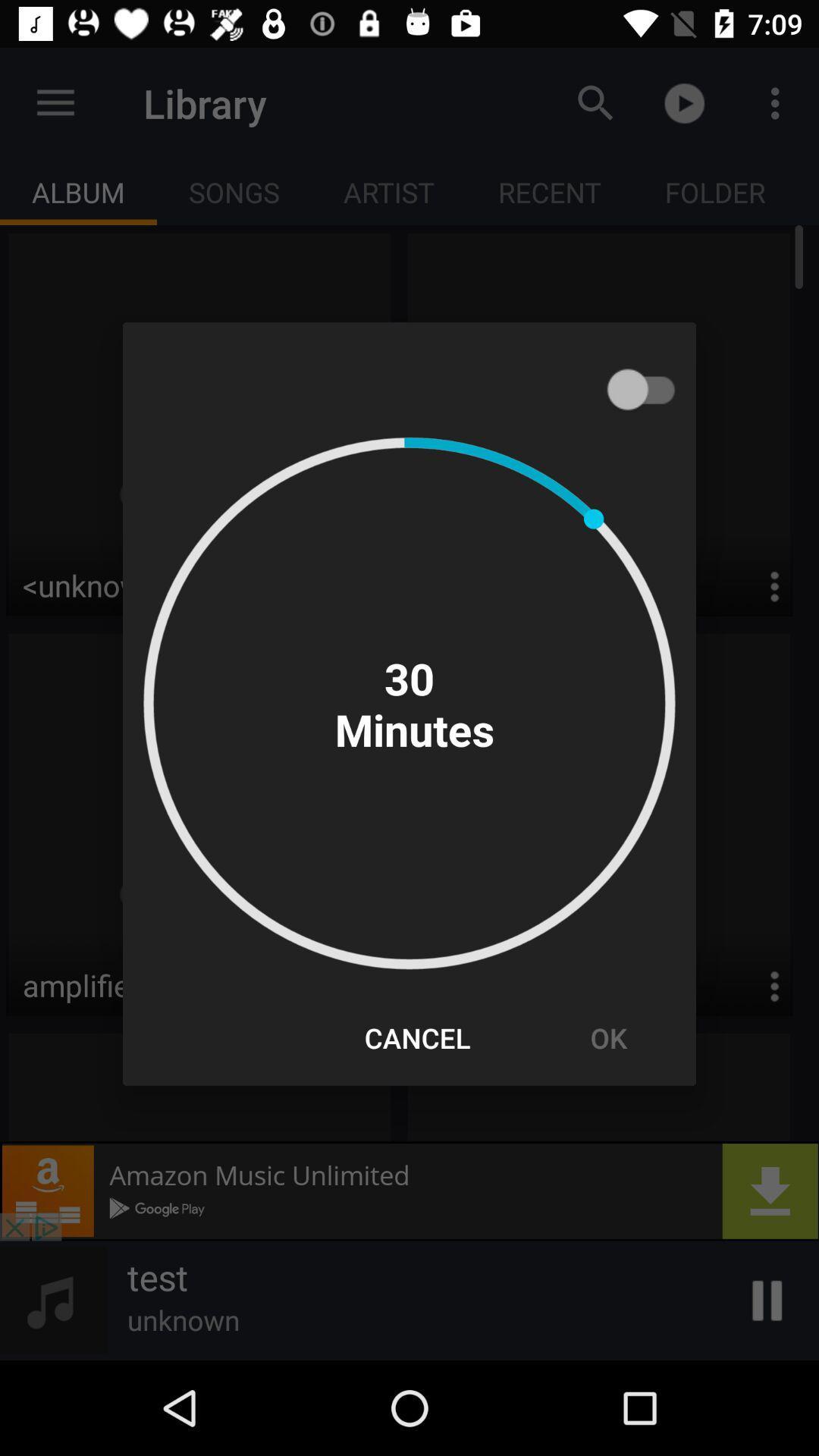 The width and height of the screenshot is (819, 1456). I want to click on the item next to the cancel icon, so click(607, 1037).